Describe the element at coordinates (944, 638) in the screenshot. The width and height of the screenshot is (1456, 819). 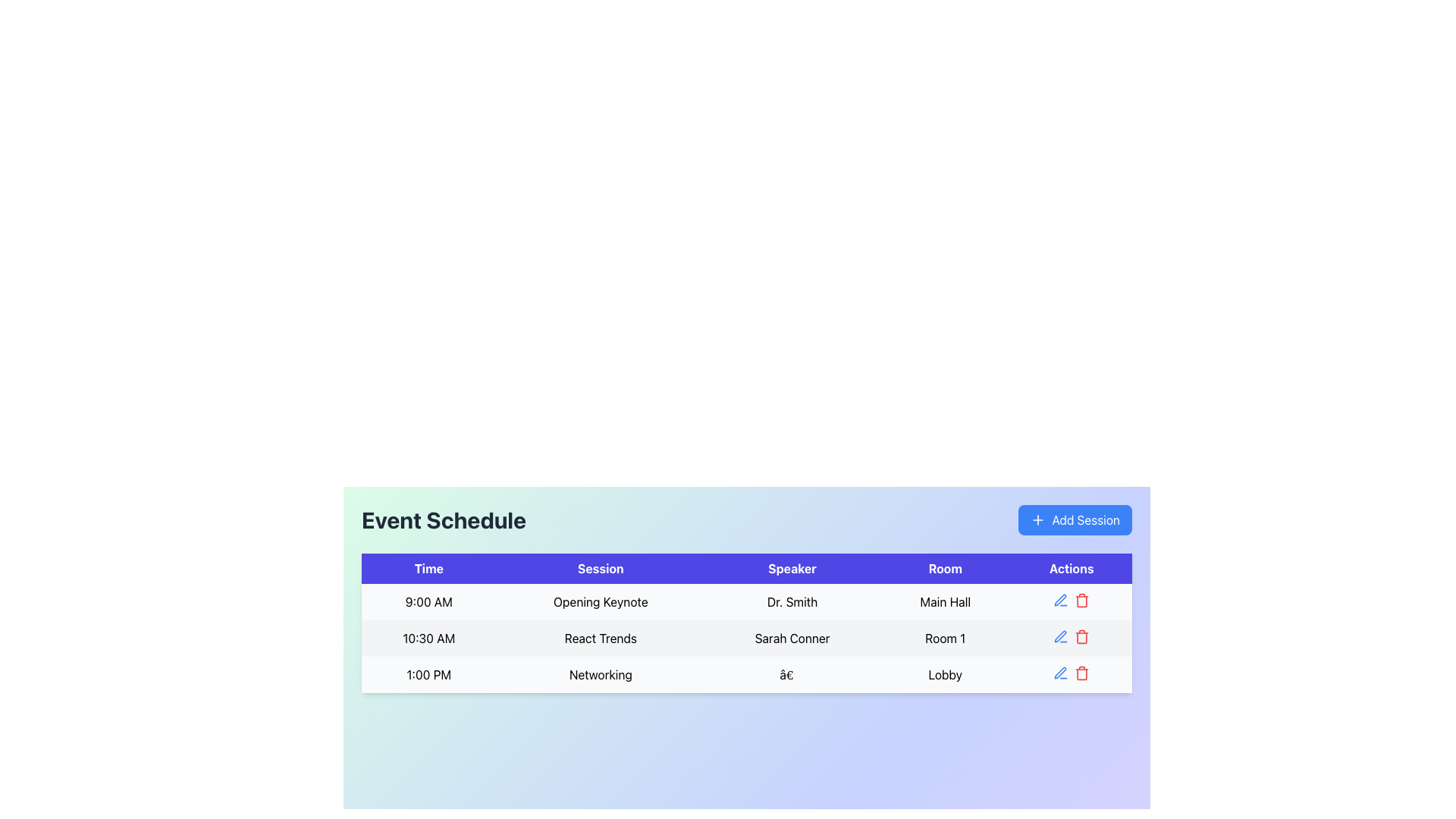
I see `the Text Display that signifies a room assignment for a particular session in the event schedule, located in the fourth column of the second data row of the table` at that location.